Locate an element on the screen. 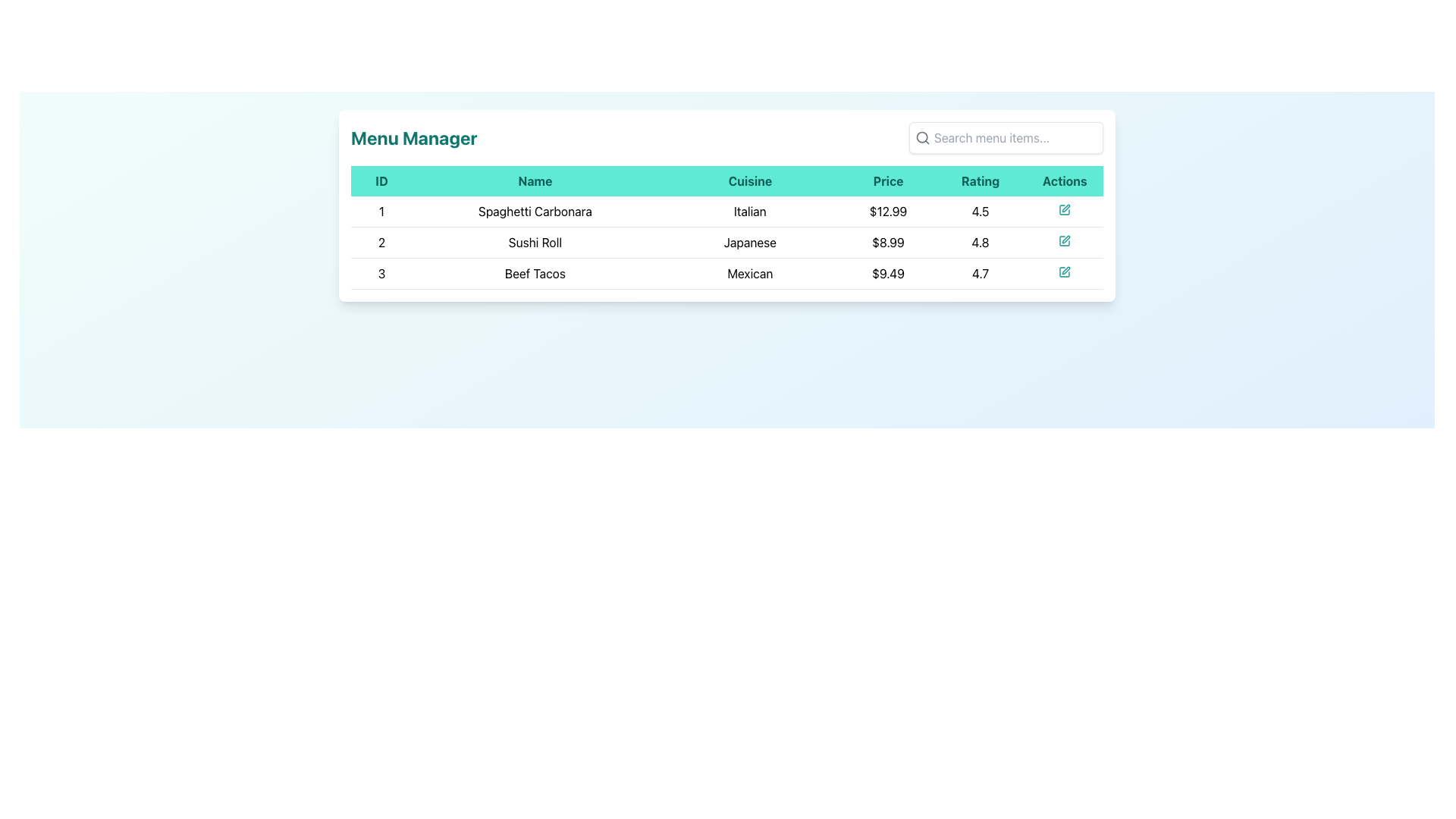 This screenshot has width=1456, height=819. the SVG Edit Icon located in the Actions column of the table in the first row is located at coordinates (1065, 208).